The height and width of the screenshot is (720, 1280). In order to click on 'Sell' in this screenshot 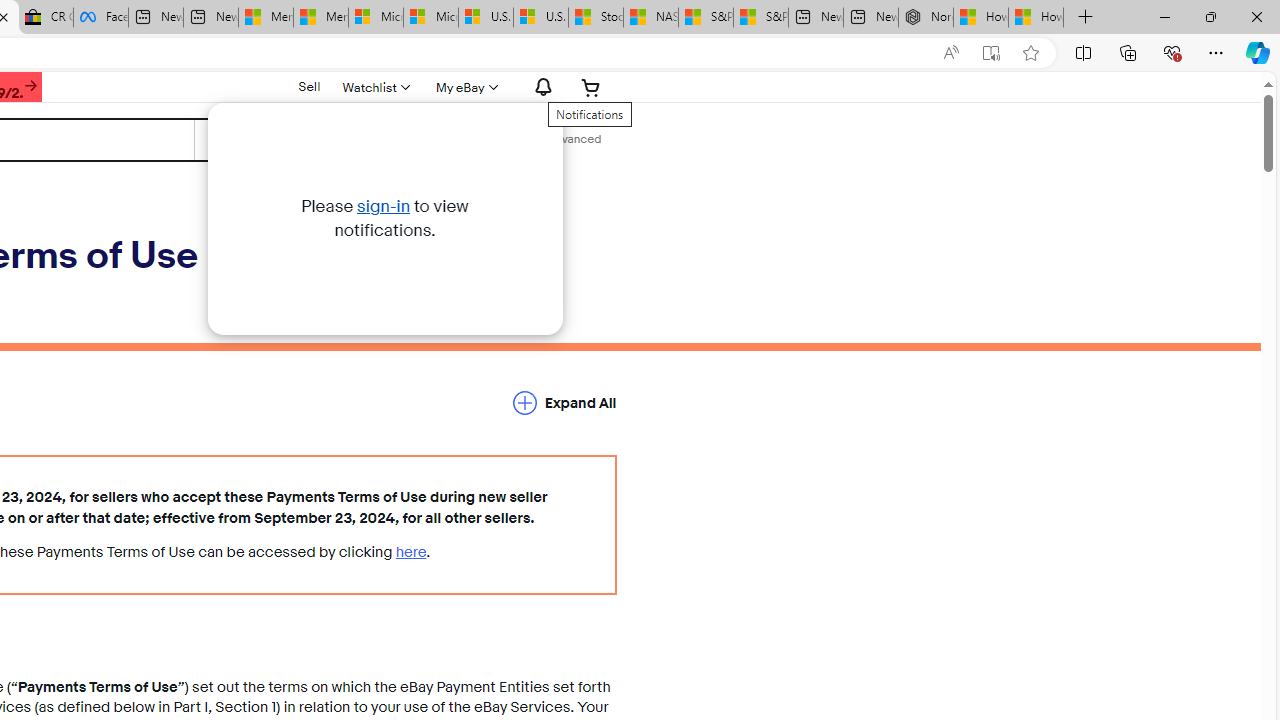, I will do `click(308, 85)`.